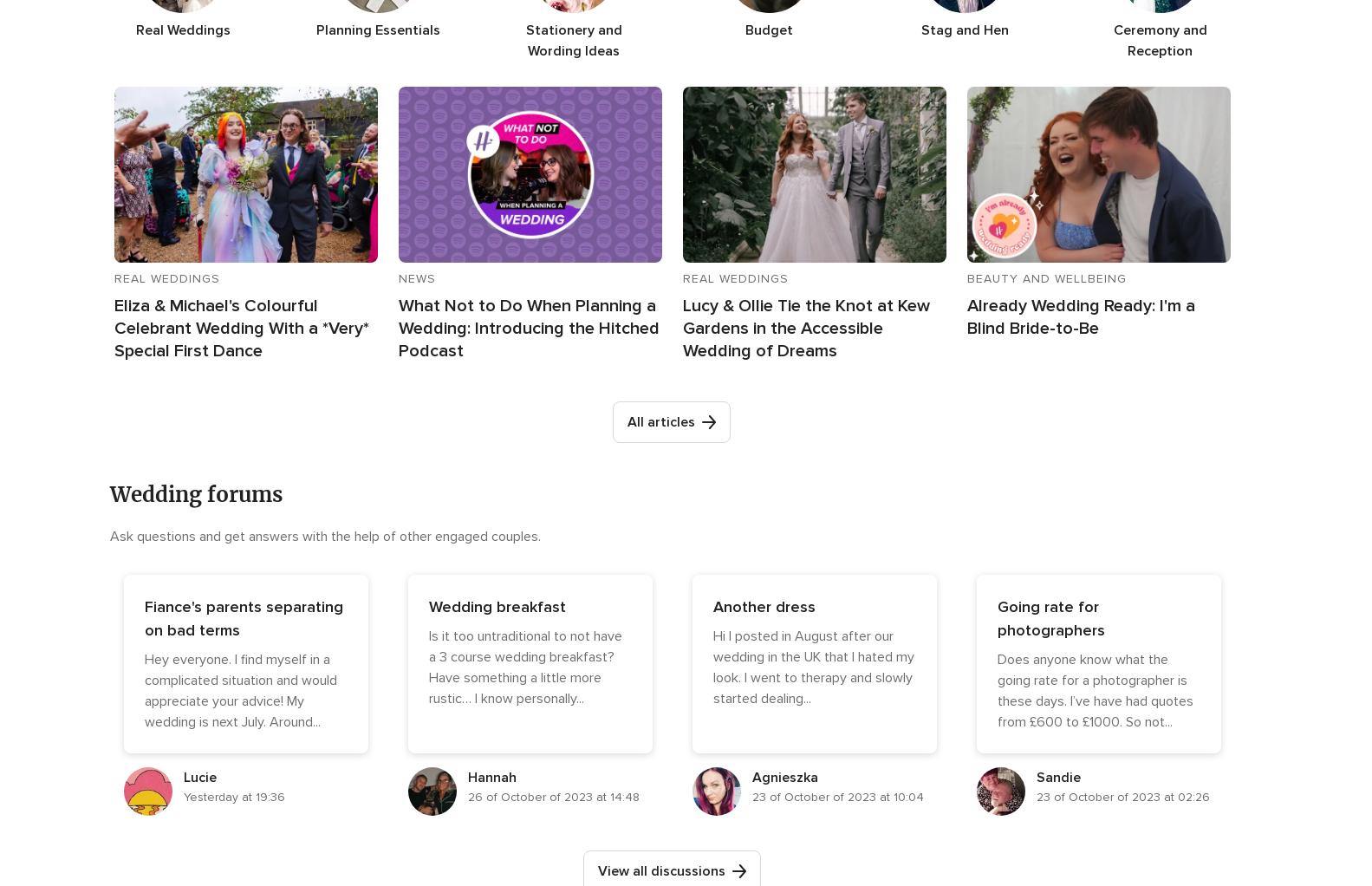  Describe the element at coordinates (997, 617) in the screenshot. I see `'Going rate for photographers'` at that location.